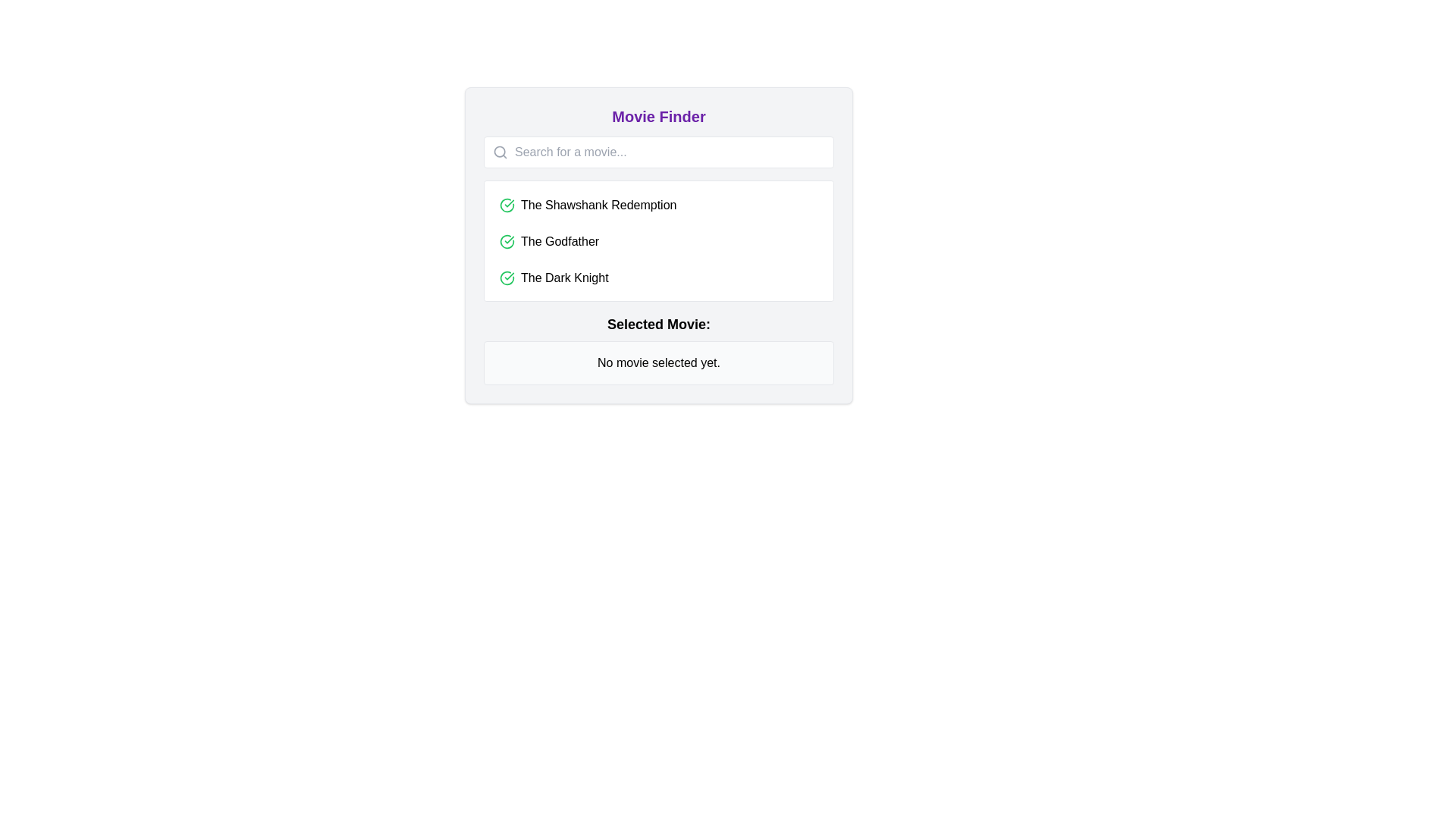 This screenshot has width=1456, height=819. What do you see at coordinates (658, 278) in the screenshot?
I see `the third list item titled 'The Dark Knight' in the vertical movie list` at bounding box center [658, 278].